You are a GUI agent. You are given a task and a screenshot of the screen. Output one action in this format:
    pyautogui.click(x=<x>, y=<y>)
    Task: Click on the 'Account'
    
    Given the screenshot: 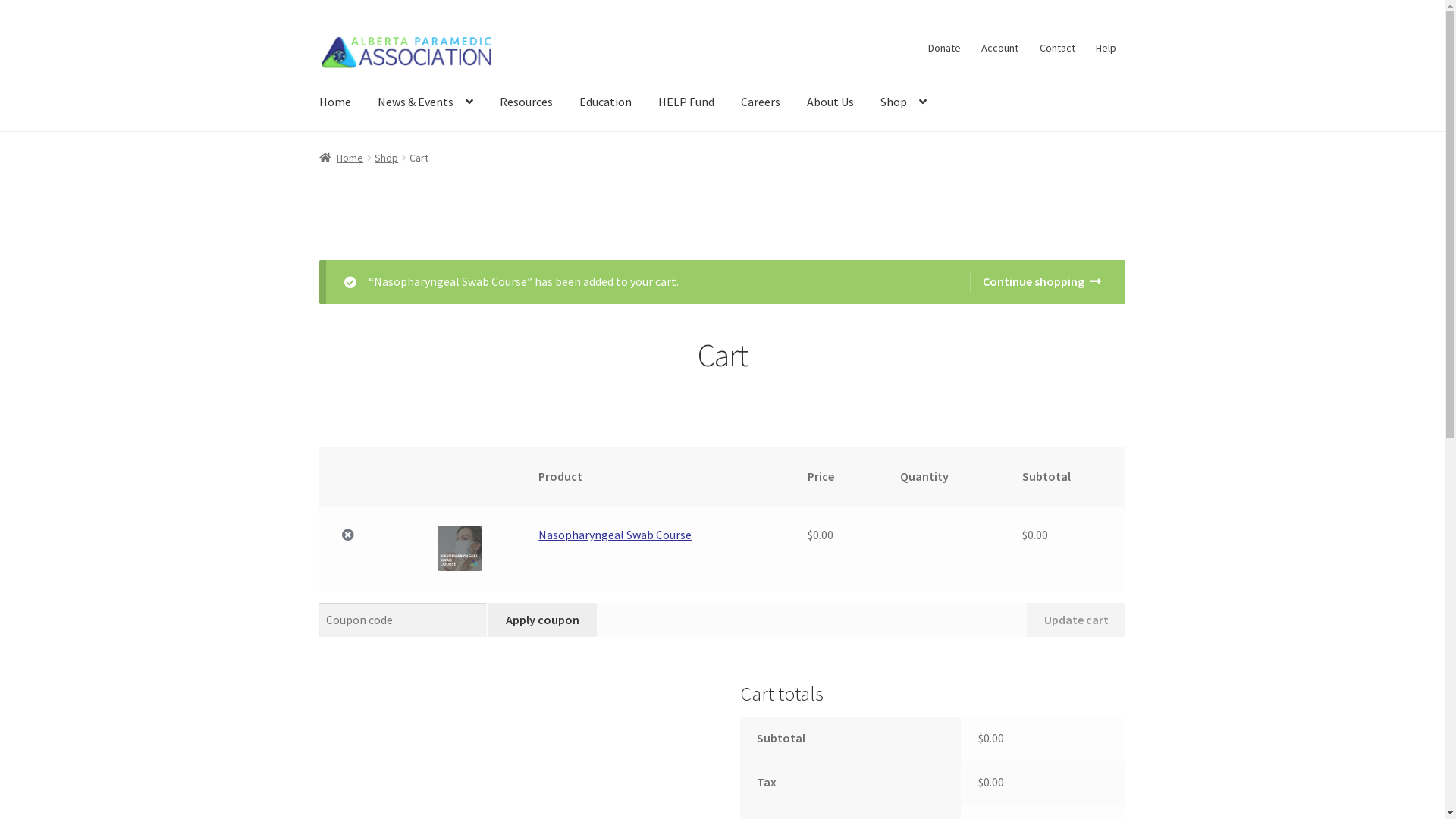 What is the action you would take?
    pyautogui.click(x=1000, y=46)
    